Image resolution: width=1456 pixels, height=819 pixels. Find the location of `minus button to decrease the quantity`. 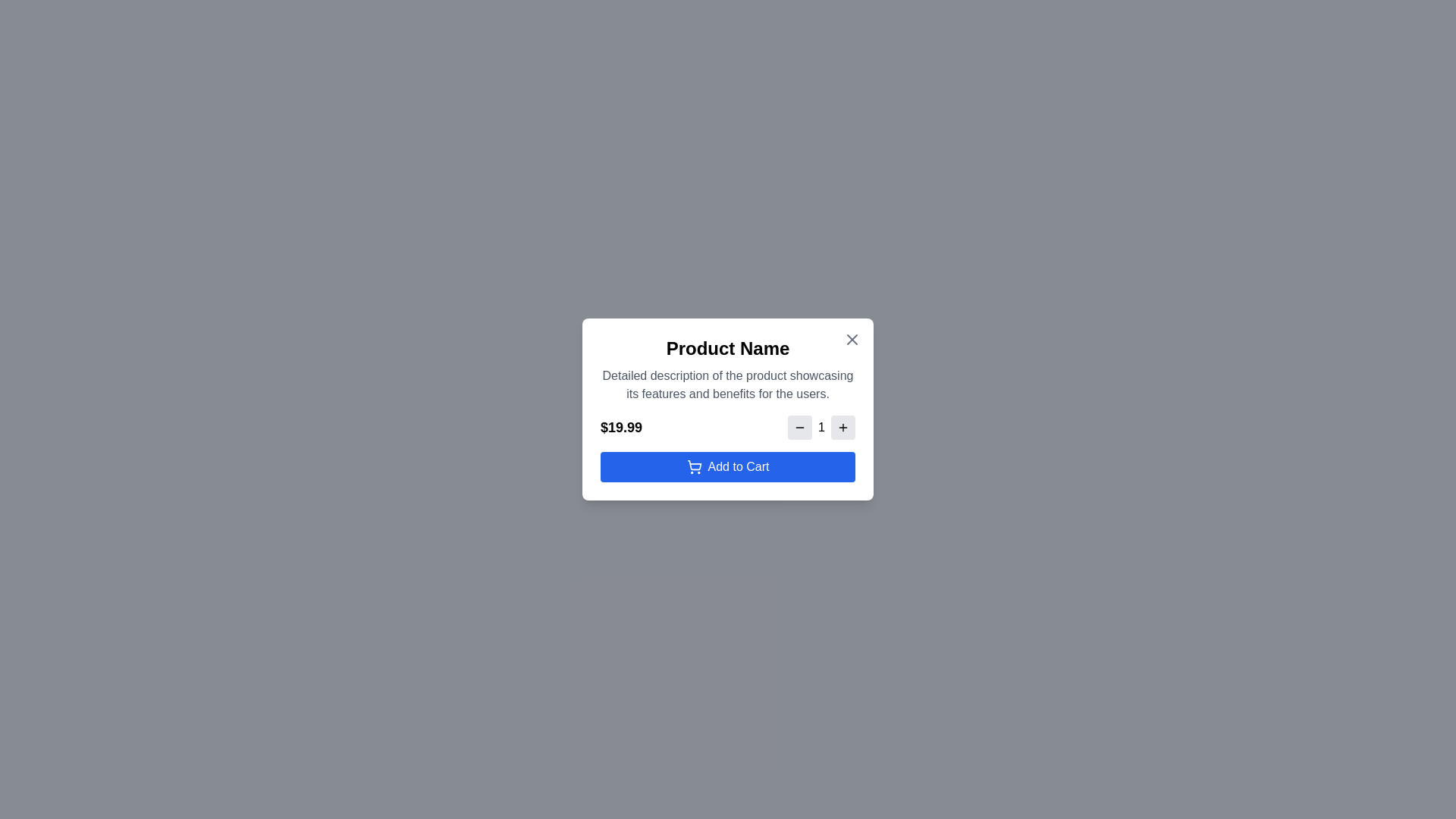

minus button to decrease the quantity is located at coordinates (799, 427).